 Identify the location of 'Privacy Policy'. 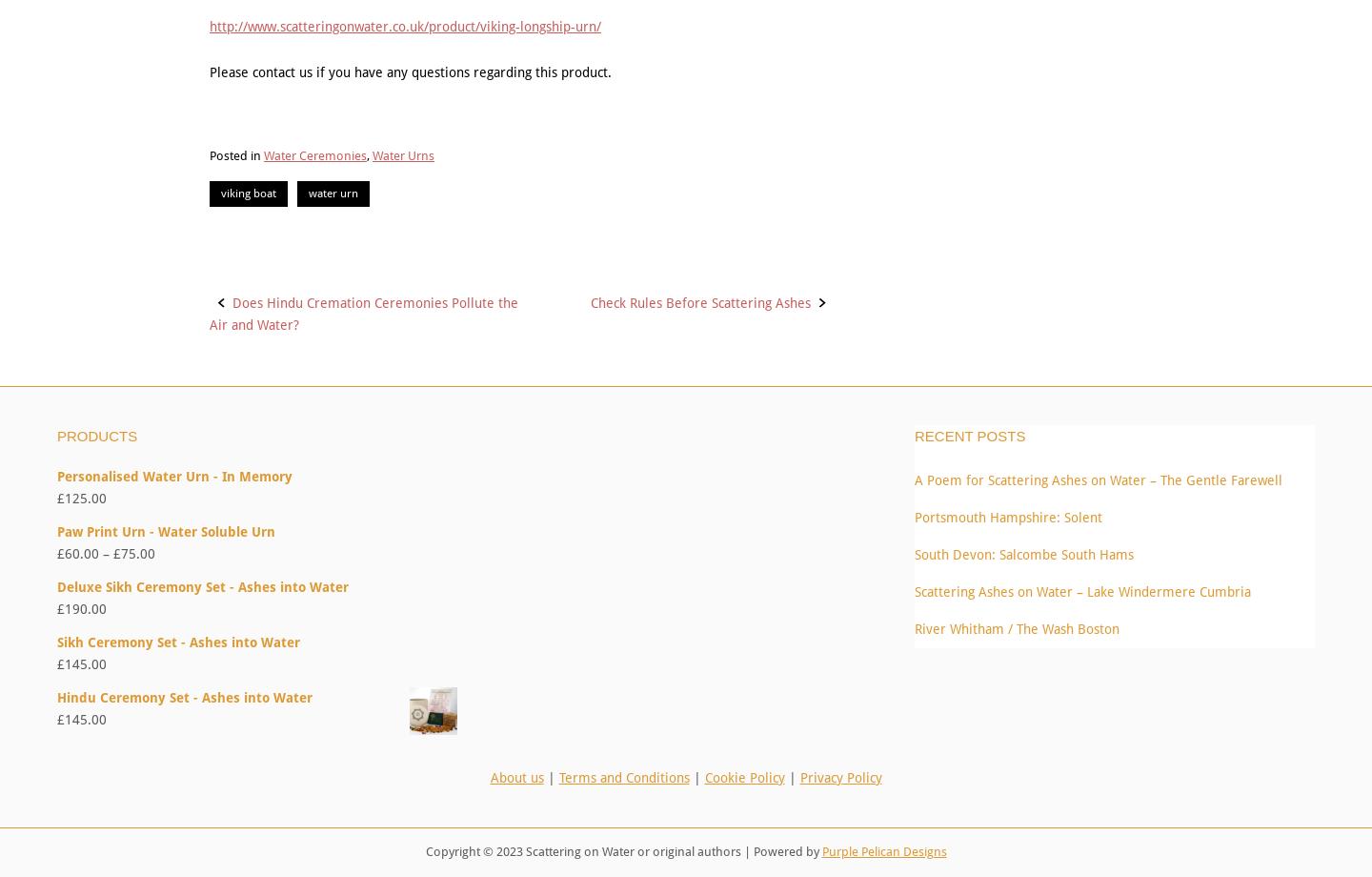
(839, 776).